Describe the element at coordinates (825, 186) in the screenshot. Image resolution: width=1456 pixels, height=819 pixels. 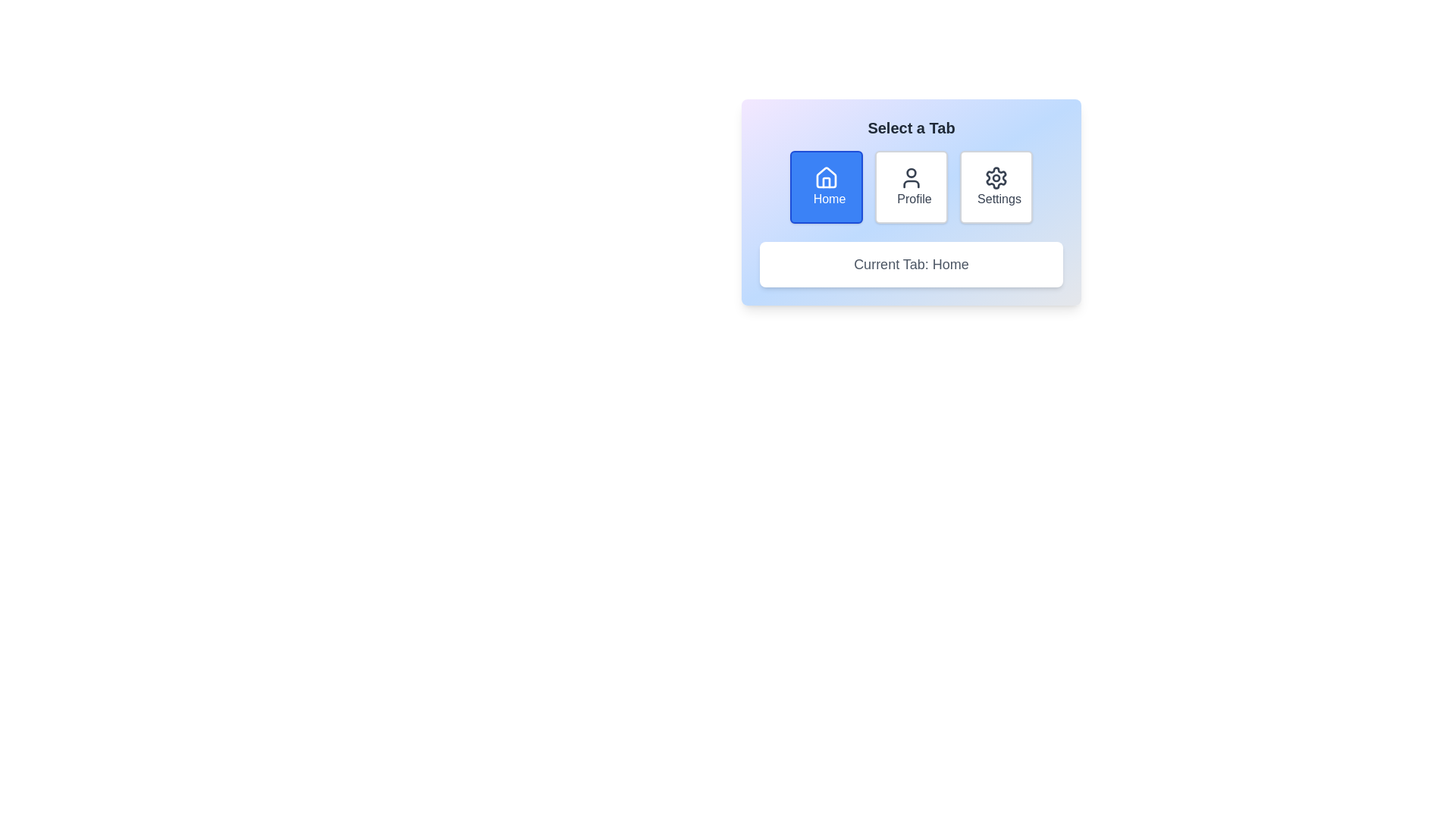
I see `the 'Home' button, which is a bright blue rectangular button with rounded corners, featuring a white house icon and the label 'Home' in white, located in the center of a panel under the 'Select a Tab' label` at that location.